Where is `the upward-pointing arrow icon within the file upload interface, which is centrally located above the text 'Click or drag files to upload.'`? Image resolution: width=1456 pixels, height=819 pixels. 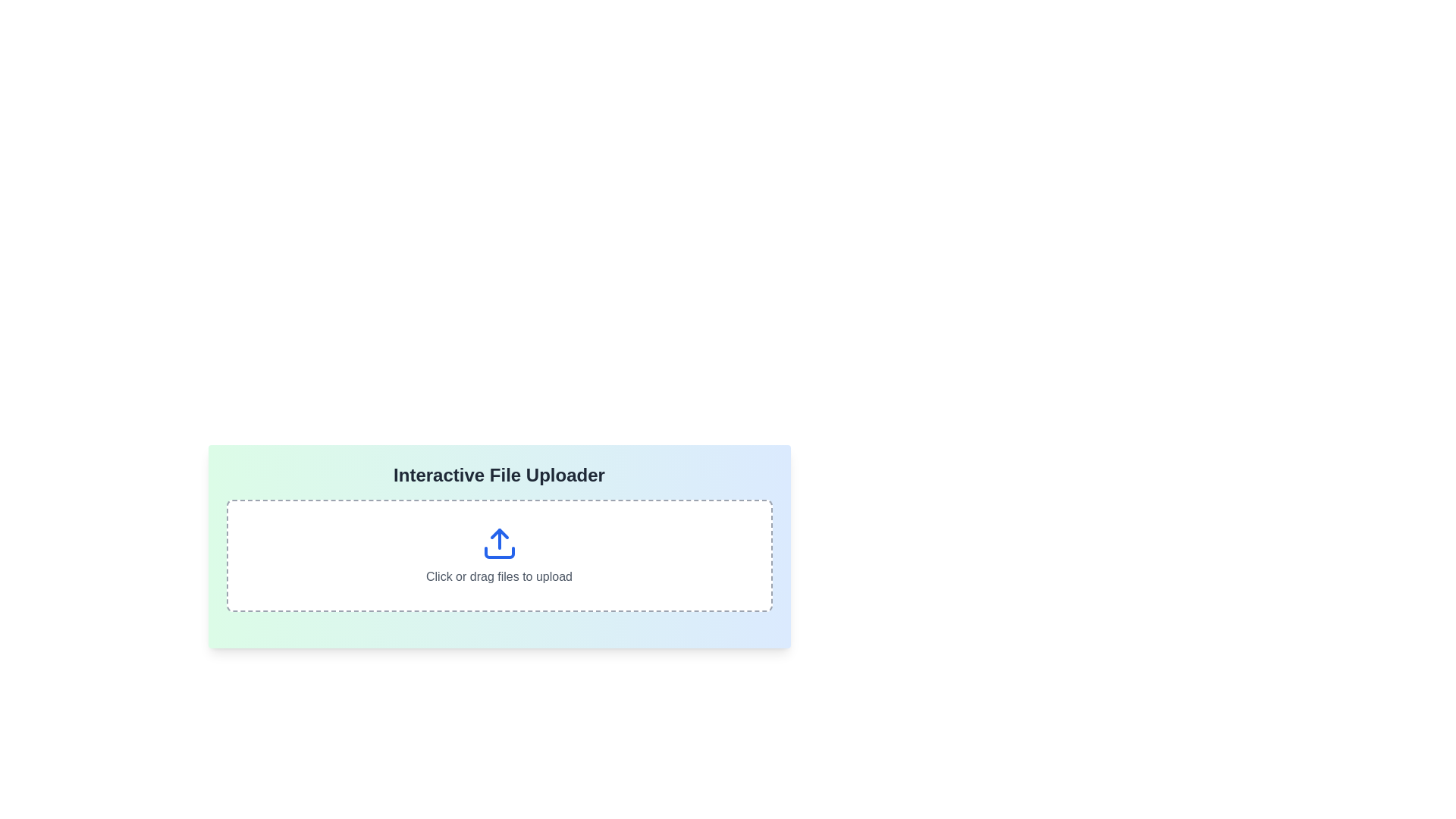 the upward-pointing arrow icon within the file upload interface, which is centrally located above the text 'Click or drag files to upload.' is located at coordinates (499, 533).